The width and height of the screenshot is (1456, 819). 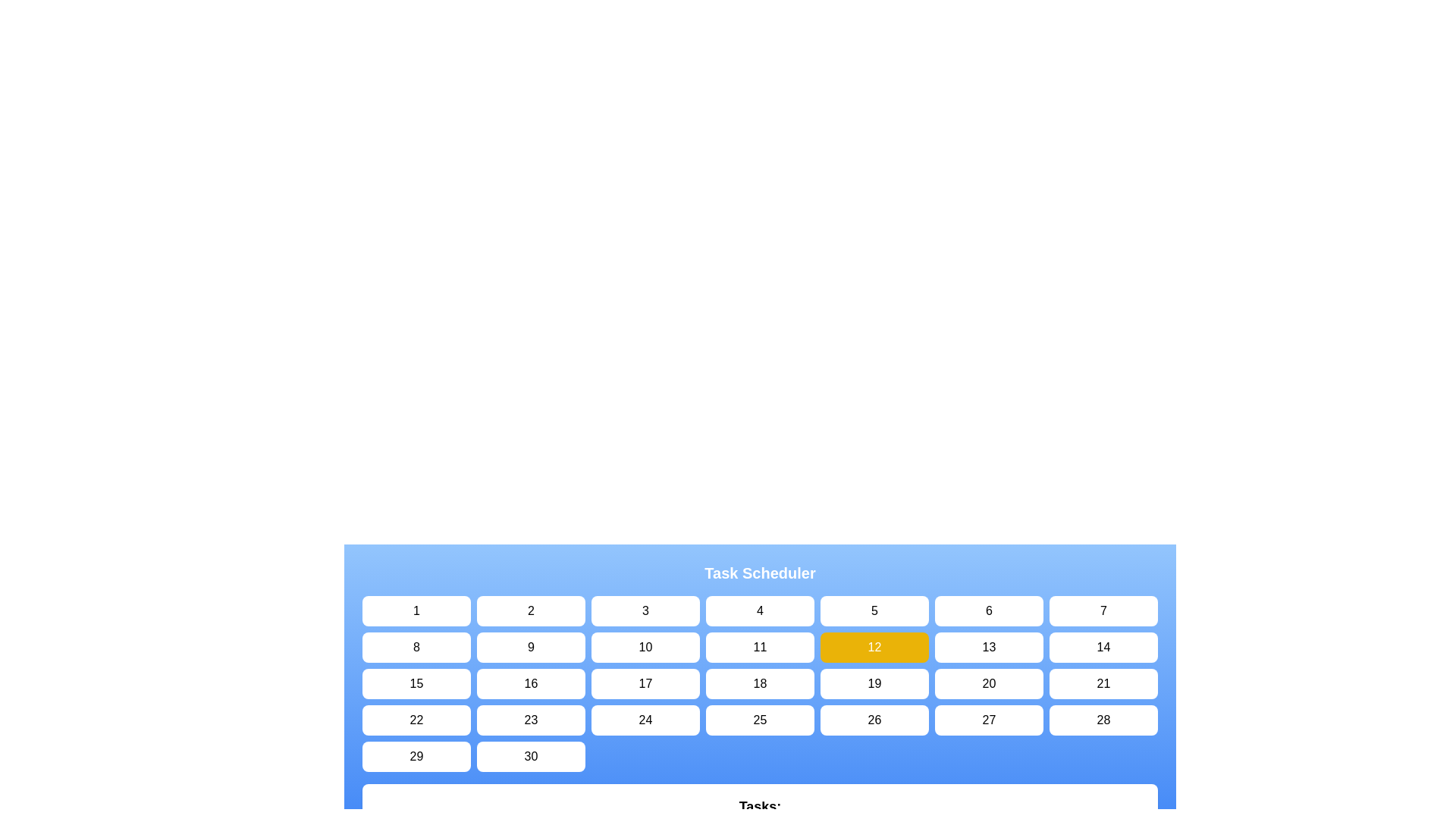 I want to click on the rounded rectangular button displaying the number '8' for reordering or selection, so click(x=416, y=647).